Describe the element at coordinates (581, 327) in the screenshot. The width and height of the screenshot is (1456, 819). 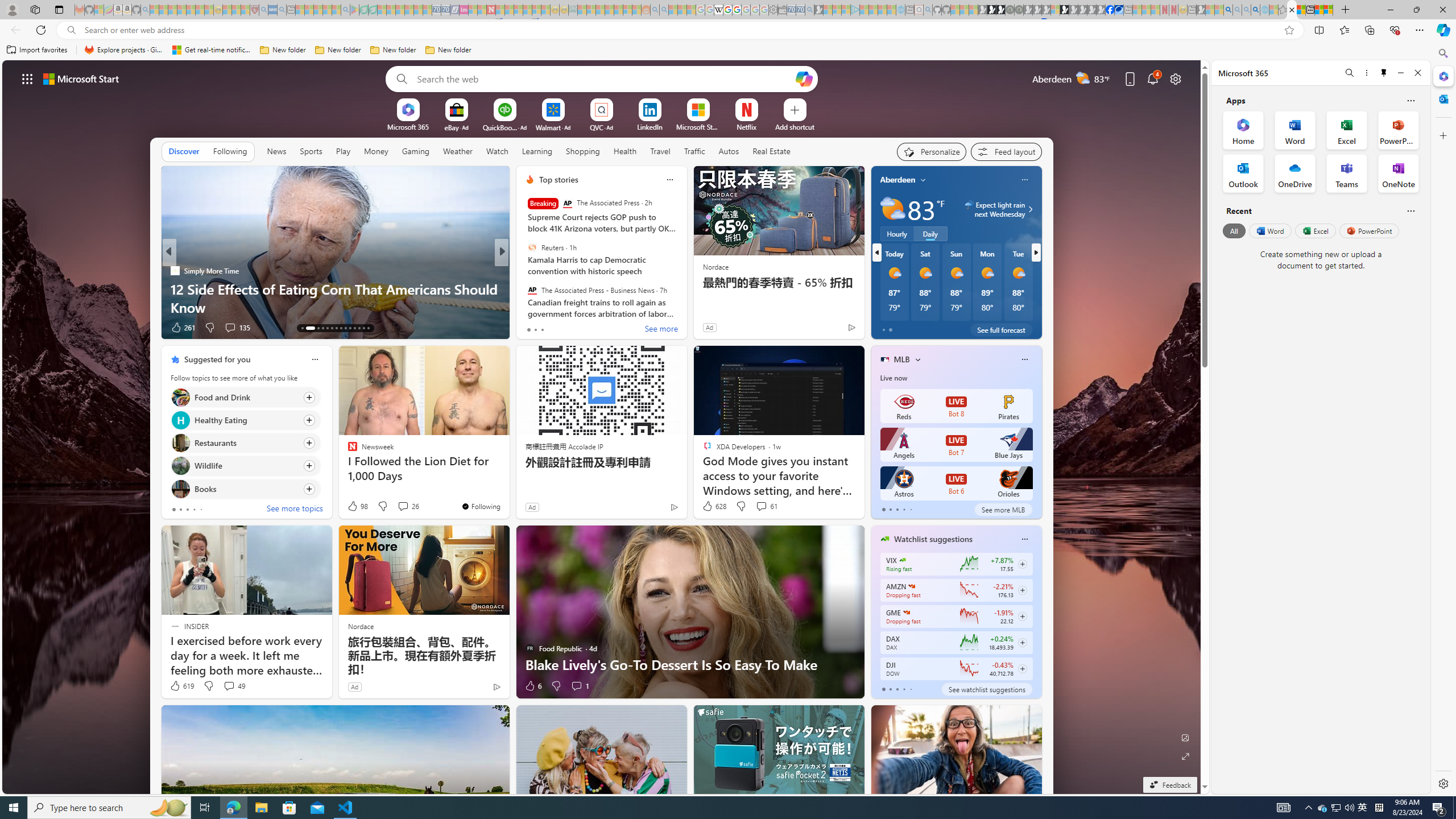
I see `'View comments 67 Comment'` at that location.